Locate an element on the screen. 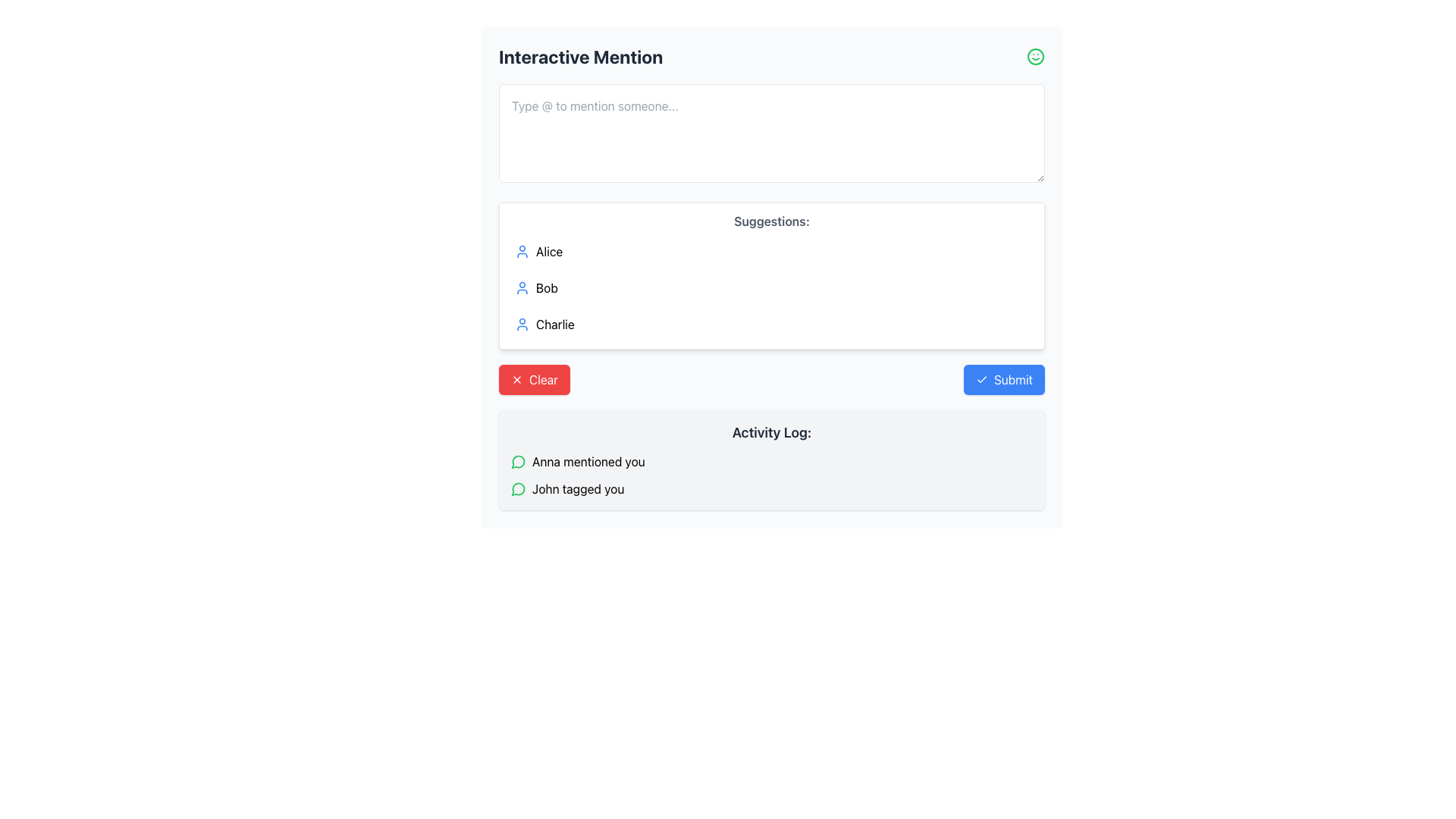  the user profile icon located to the left of the username 'Bob' in the suggestions box is located at coordinates (522, 288).